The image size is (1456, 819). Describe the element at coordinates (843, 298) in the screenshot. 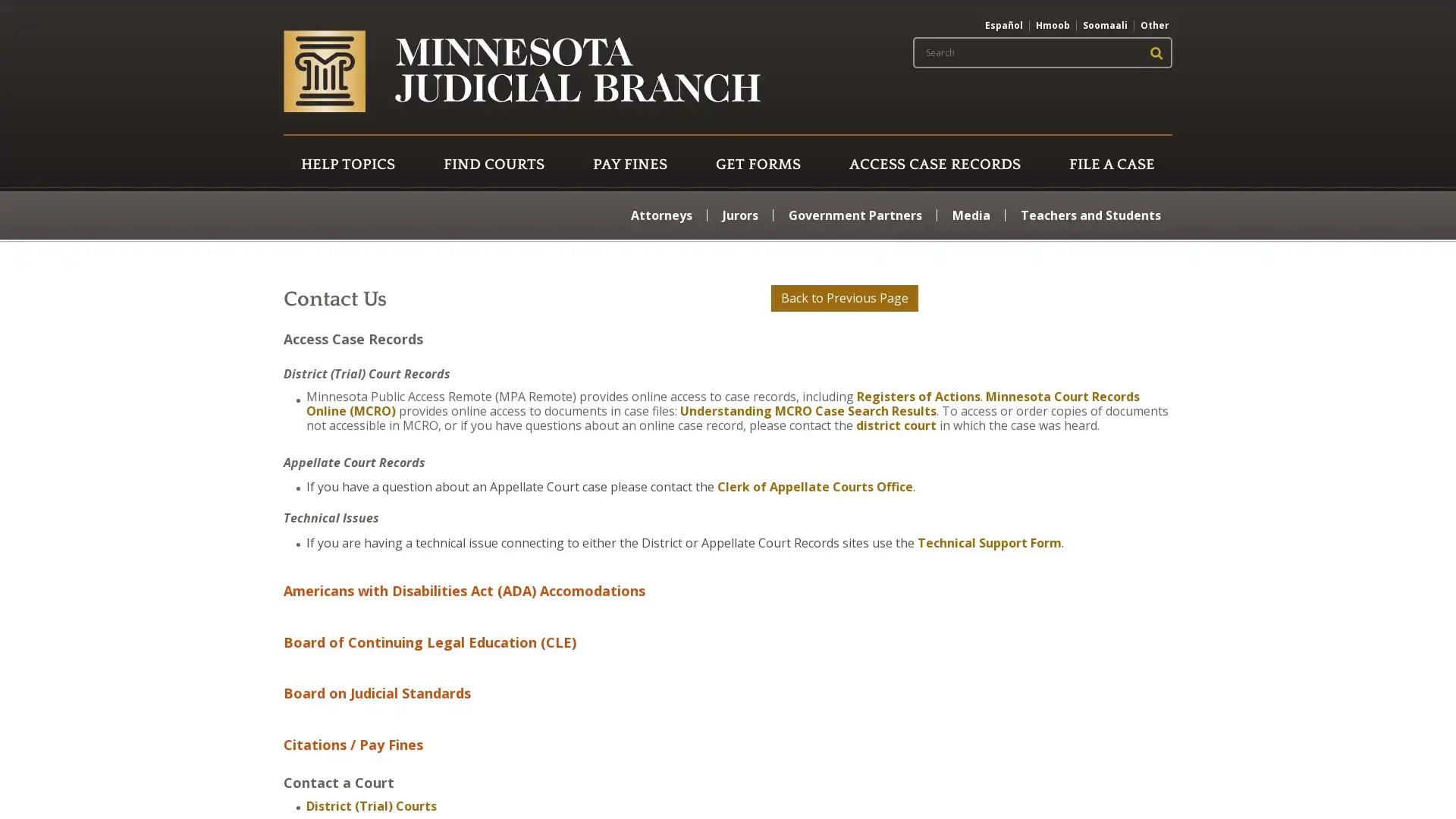

I see `Back to Previous Page` at that location.